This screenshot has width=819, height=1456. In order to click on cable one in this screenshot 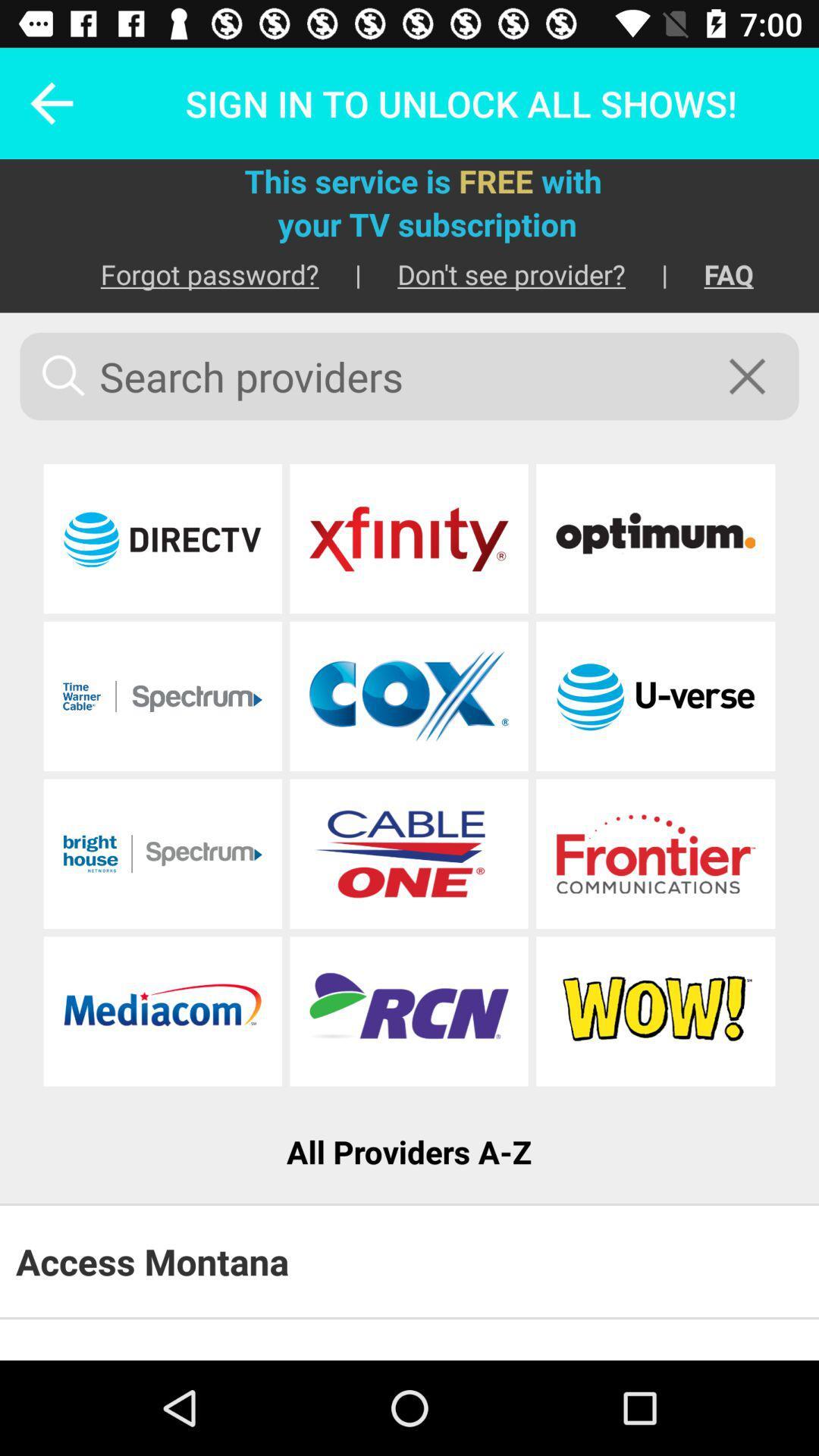, I will do `click(408, 854)`.